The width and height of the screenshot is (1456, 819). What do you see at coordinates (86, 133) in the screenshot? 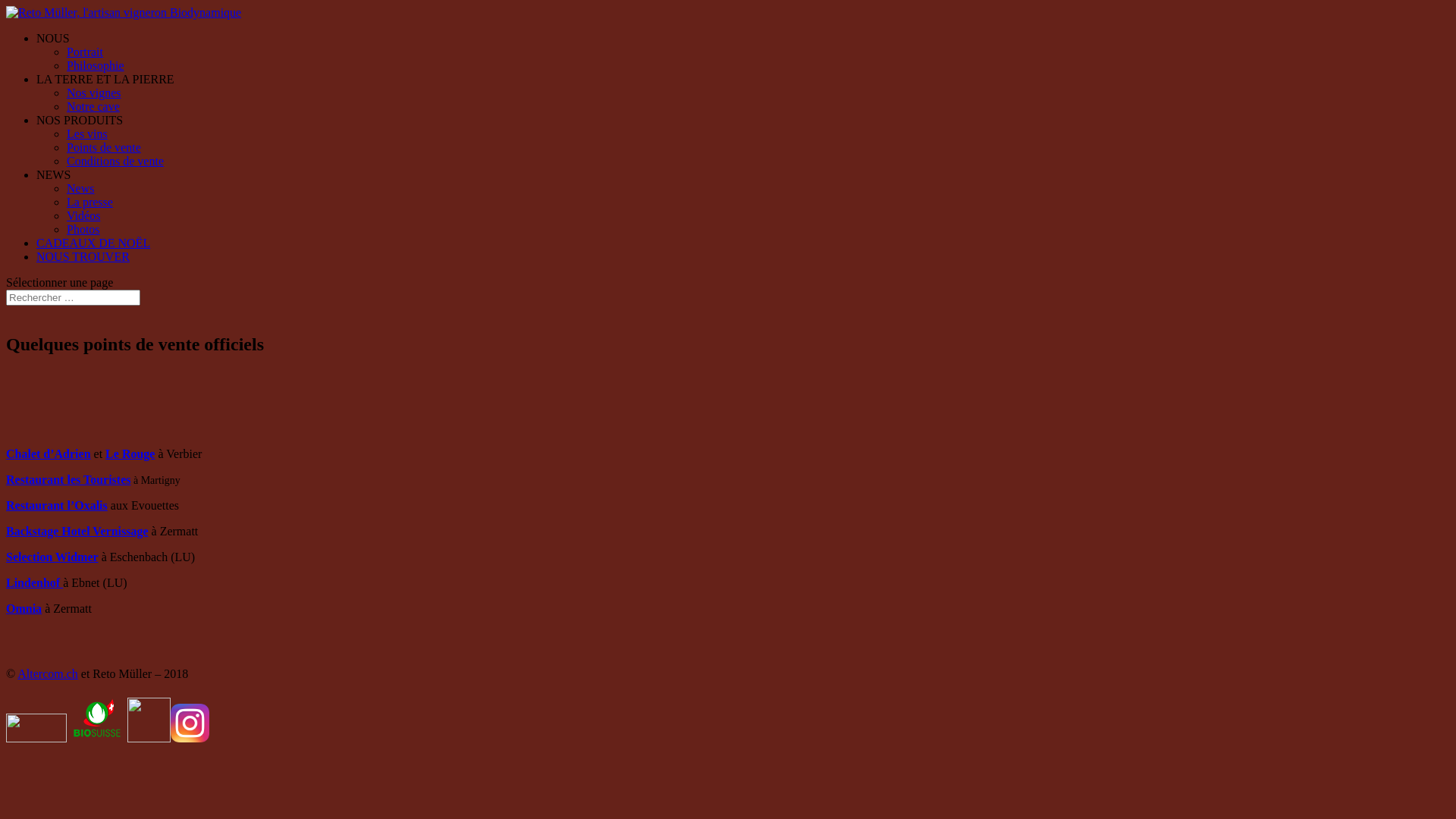
I see `'Les vins'` at bounding box center [86, 133].